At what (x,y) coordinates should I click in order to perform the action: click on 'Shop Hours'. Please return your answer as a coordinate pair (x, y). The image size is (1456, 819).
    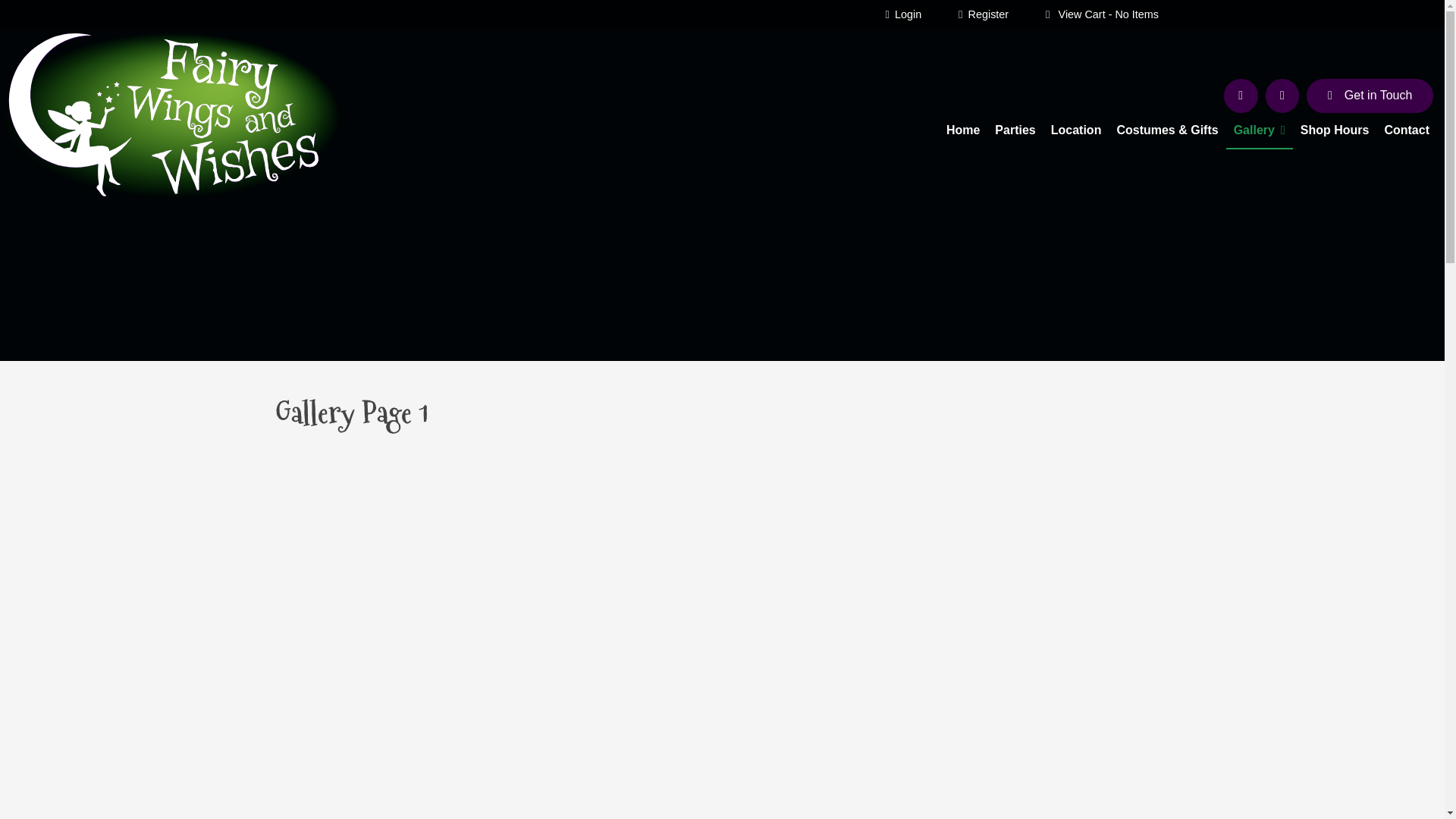
    Looking at the image, I should click on (1335, 130).